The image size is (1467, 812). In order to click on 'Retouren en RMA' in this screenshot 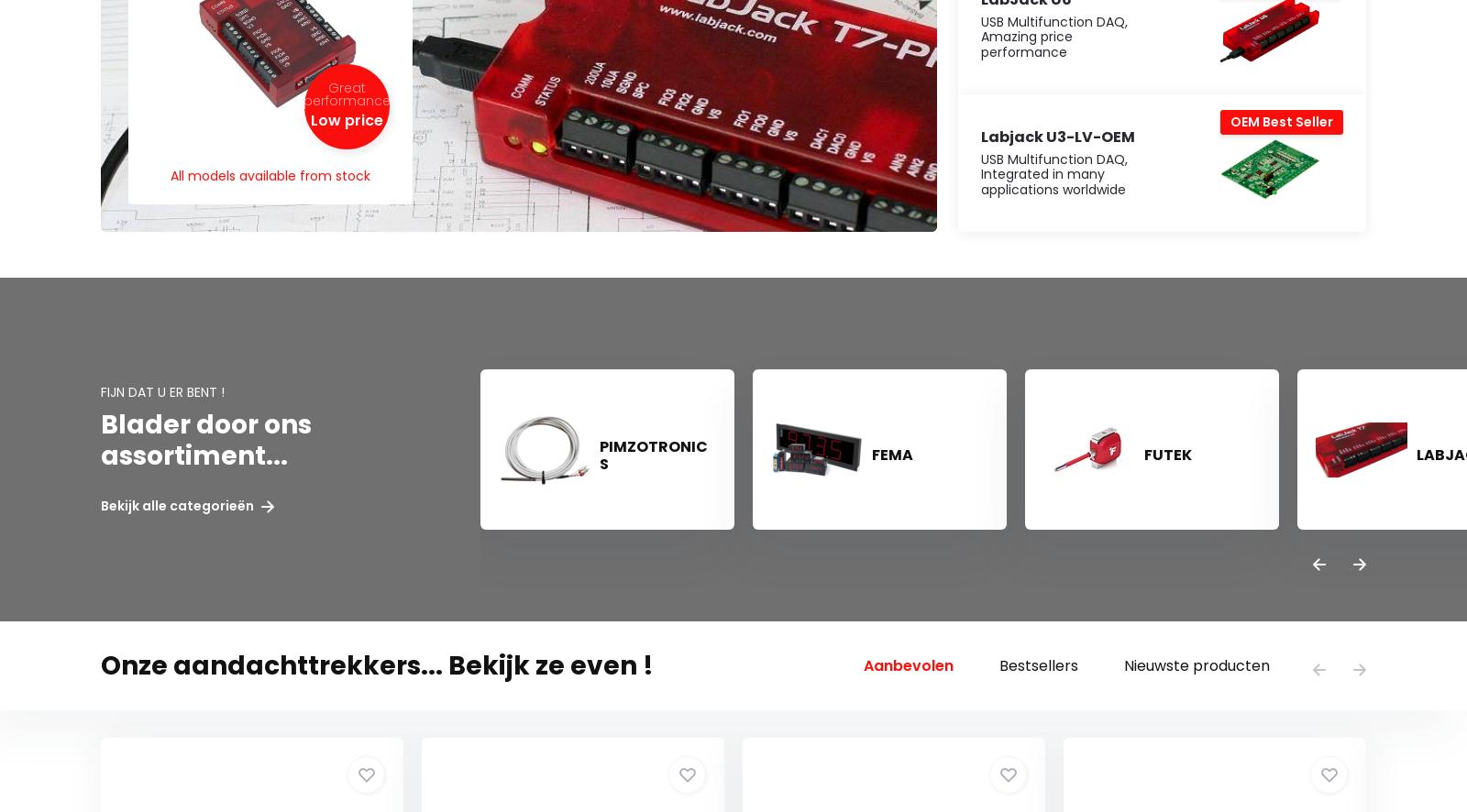, I will do `click(154, 613)`.